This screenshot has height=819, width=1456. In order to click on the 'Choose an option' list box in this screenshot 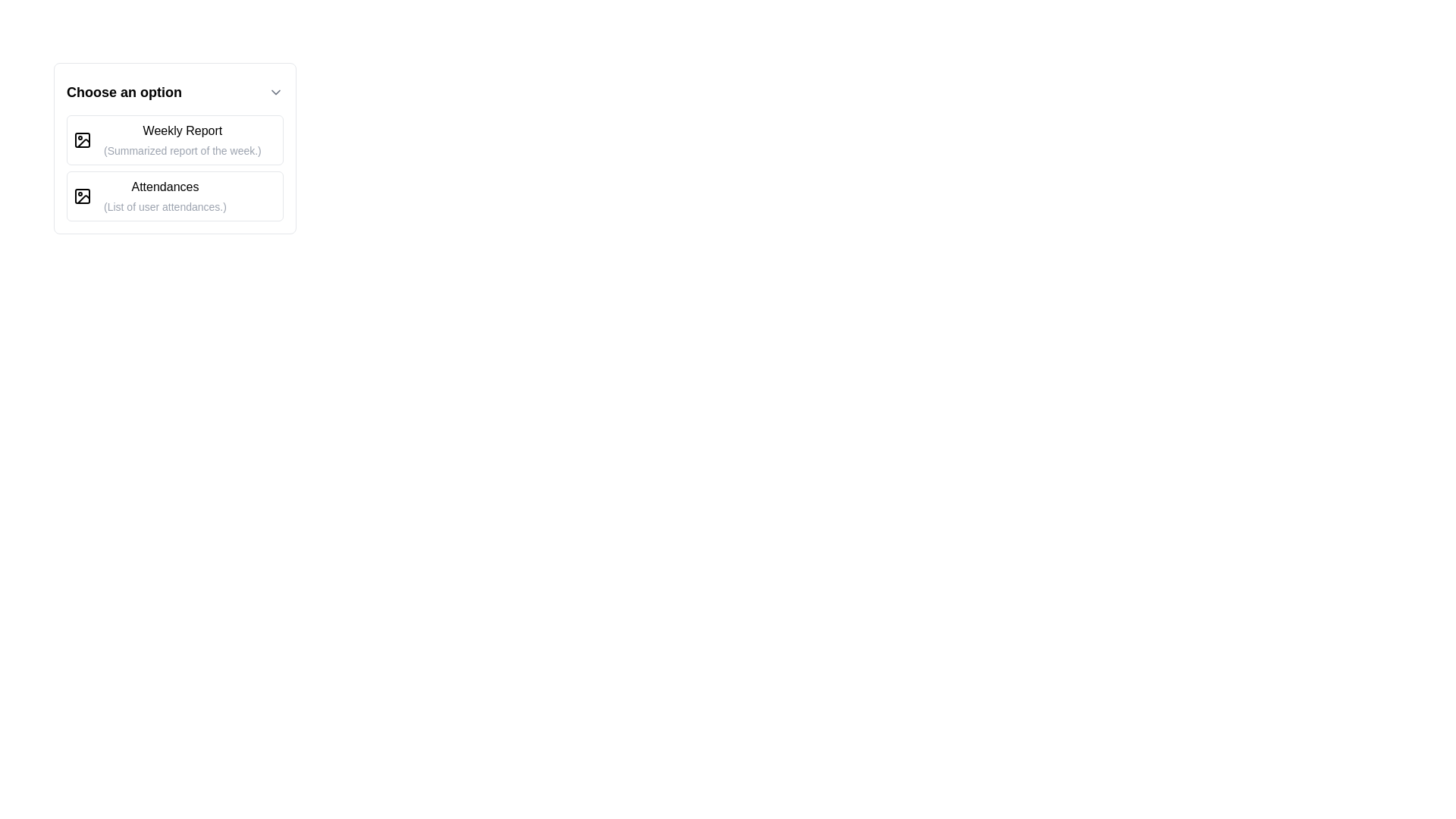, I will do `click(174, 149)`.